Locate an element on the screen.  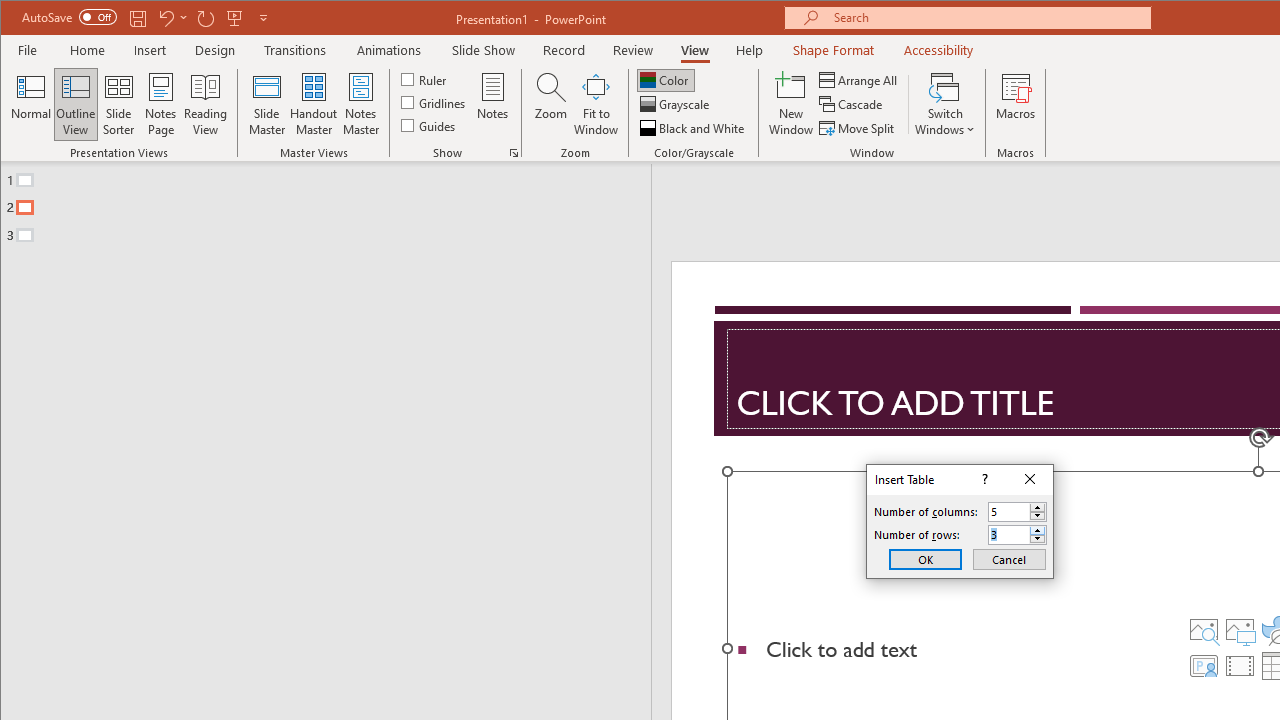
'Cancel' is located at coordinates (1009, 559).